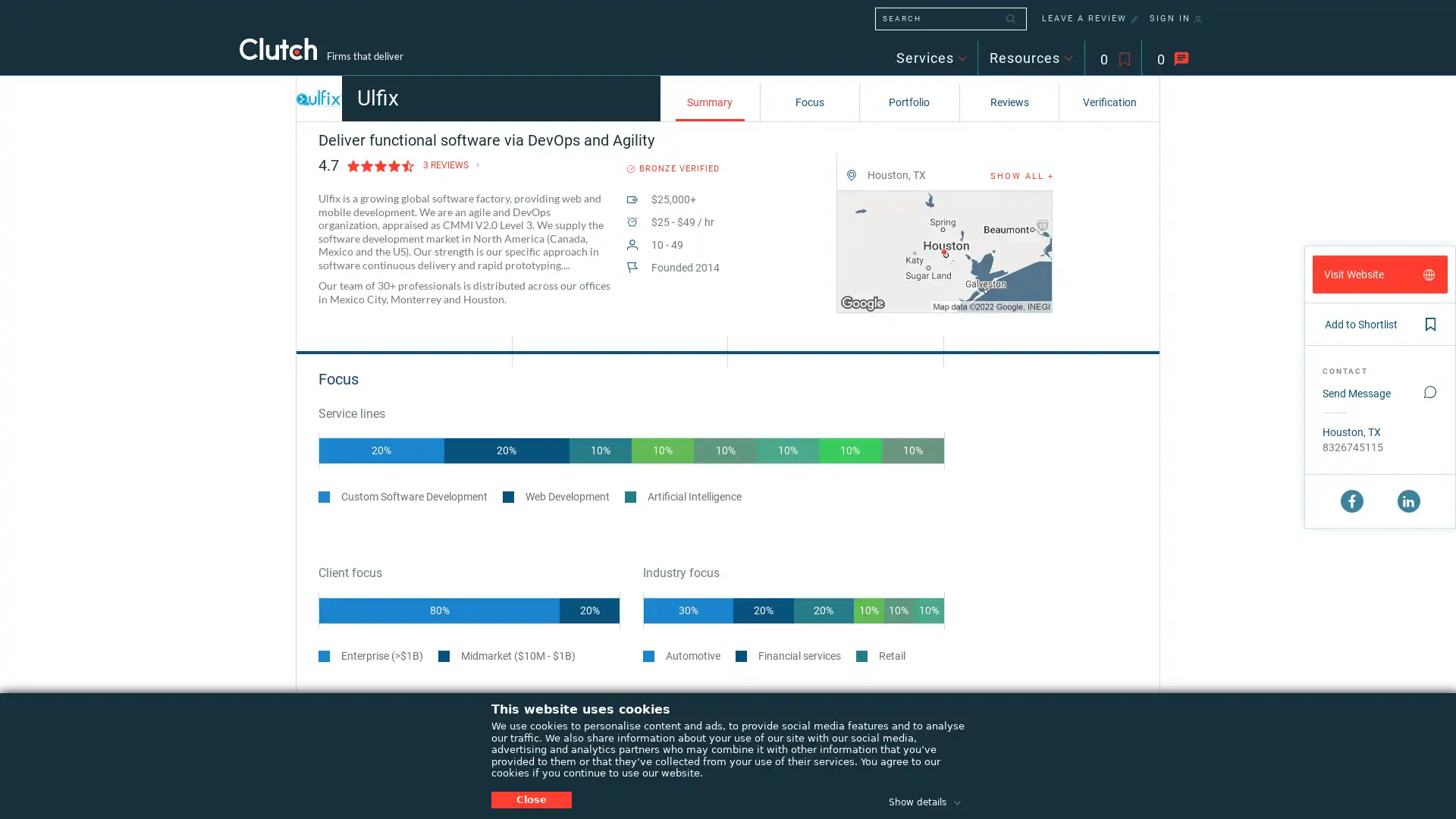 This screenshot has width=1456, height=819. Describe the element at coordinates (868, 609) in the screenshot. I see `10%` at that location.